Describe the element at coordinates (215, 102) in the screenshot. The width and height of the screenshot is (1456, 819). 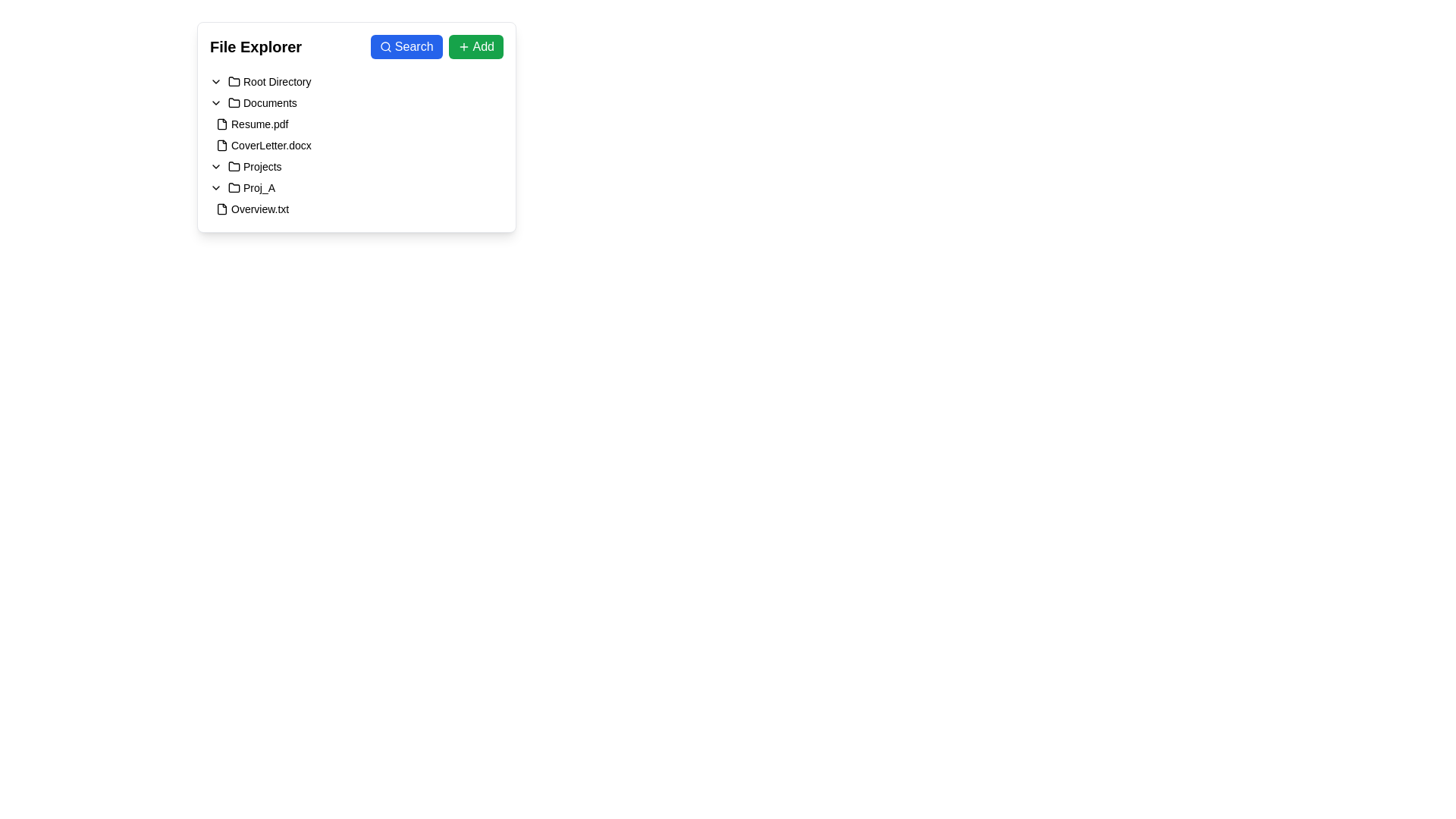
I see `the Chevron-Down icon located to the left of the 'Documents' label in the 'File Explorer' interface` at that location.